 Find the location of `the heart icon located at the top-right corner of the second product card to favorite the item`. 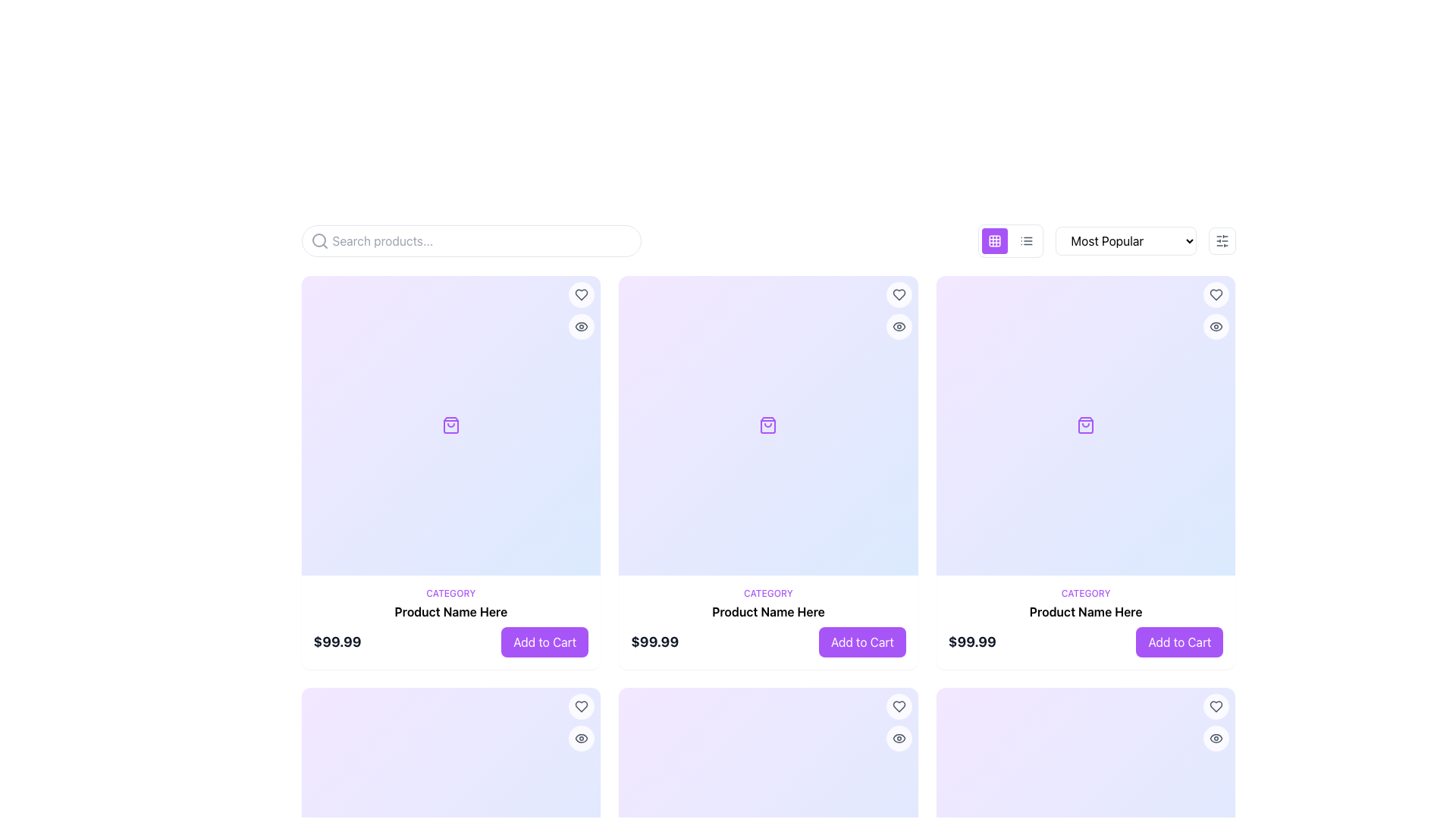

the heart icon located at the top-right corner of the second product card to favorite the item is located at coordinates (899, 295).